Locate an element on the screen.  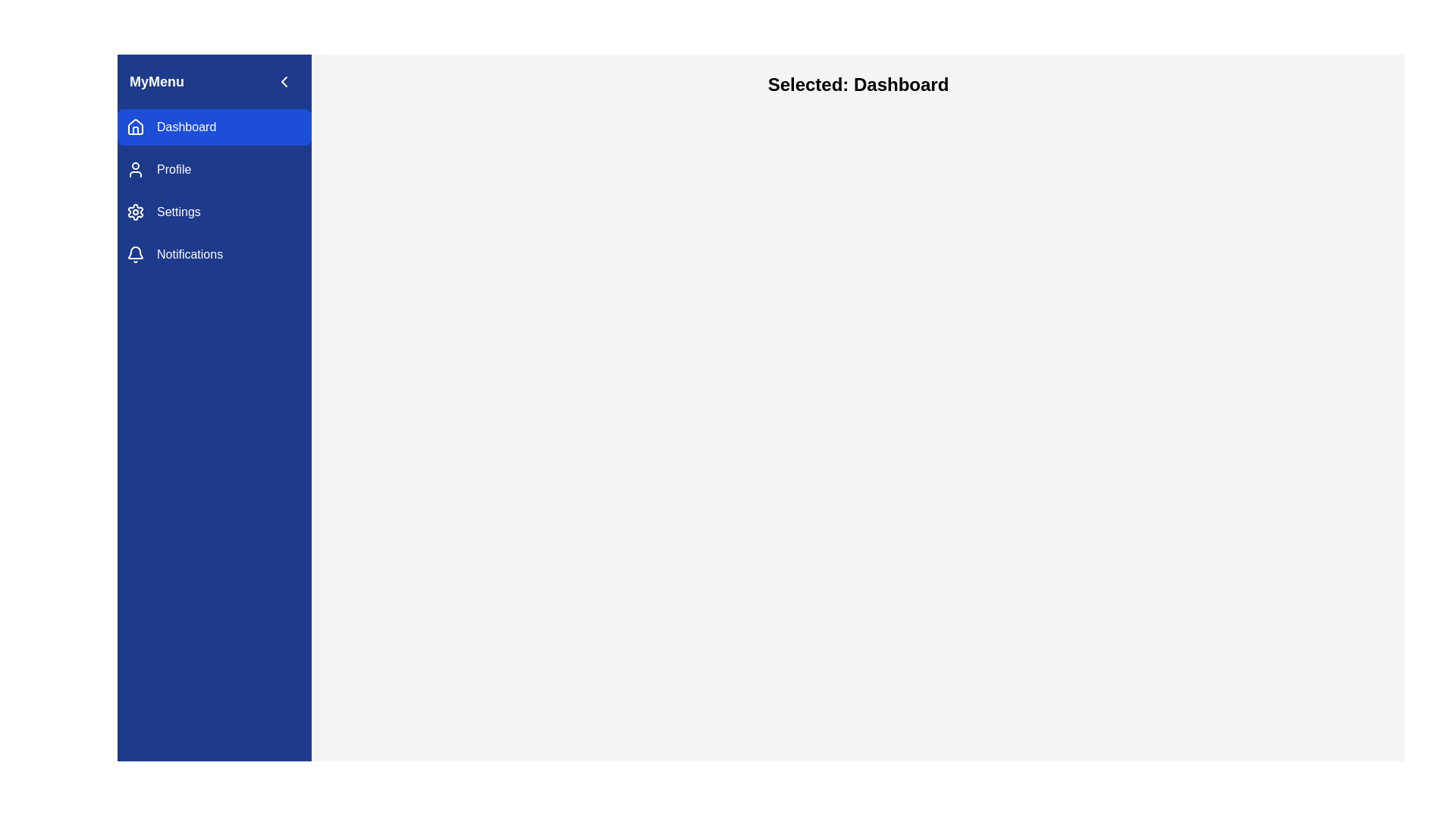
the navigation menu item located on the left side of the user interface is located at coordinates (214, 190).